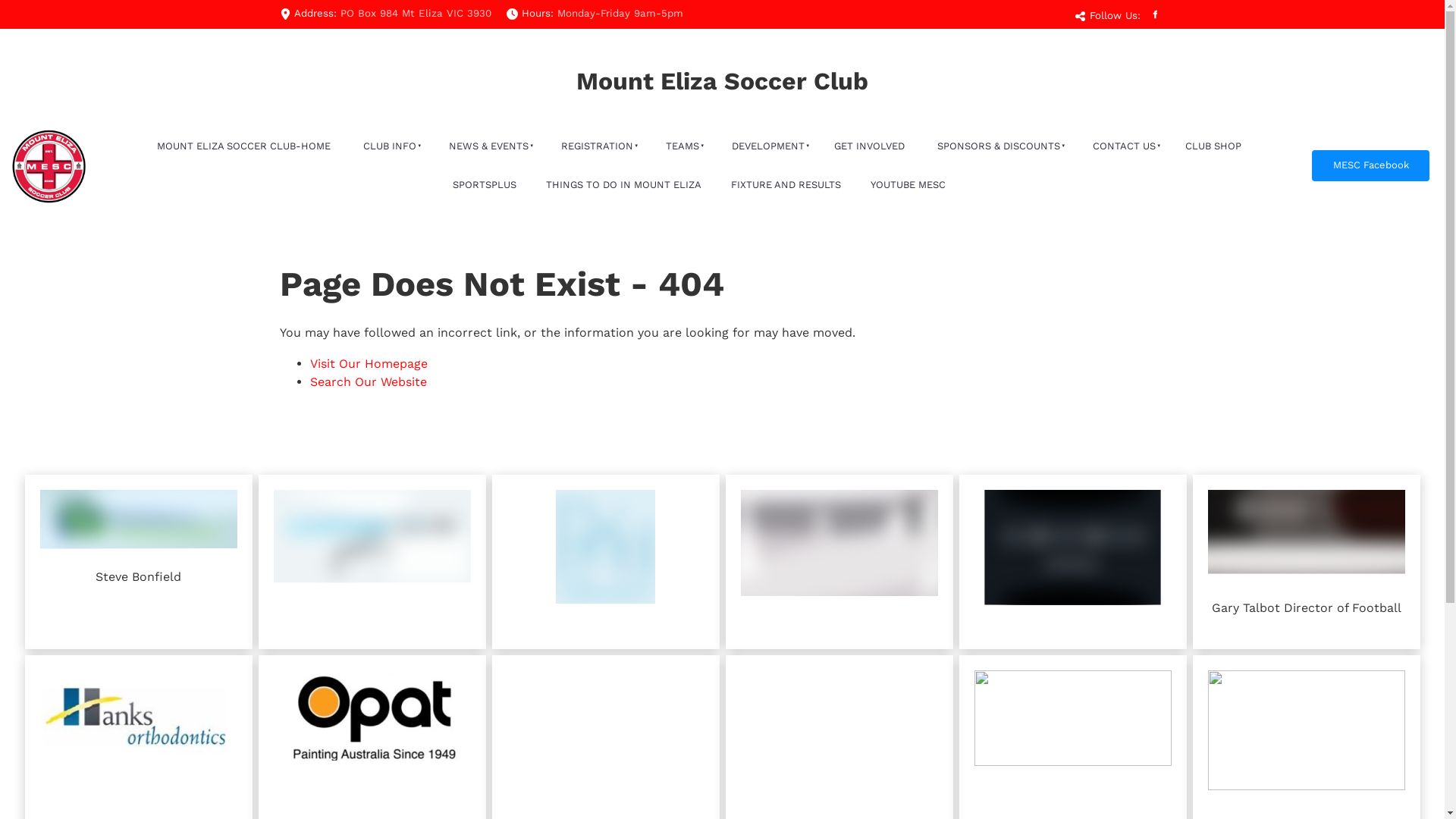 This screenshot has height=819, width=1456. What do you see at coordinates (1370, 165) in the screenshot?
I see `'MESC Facebook'` at bounding box center [1370, 165].